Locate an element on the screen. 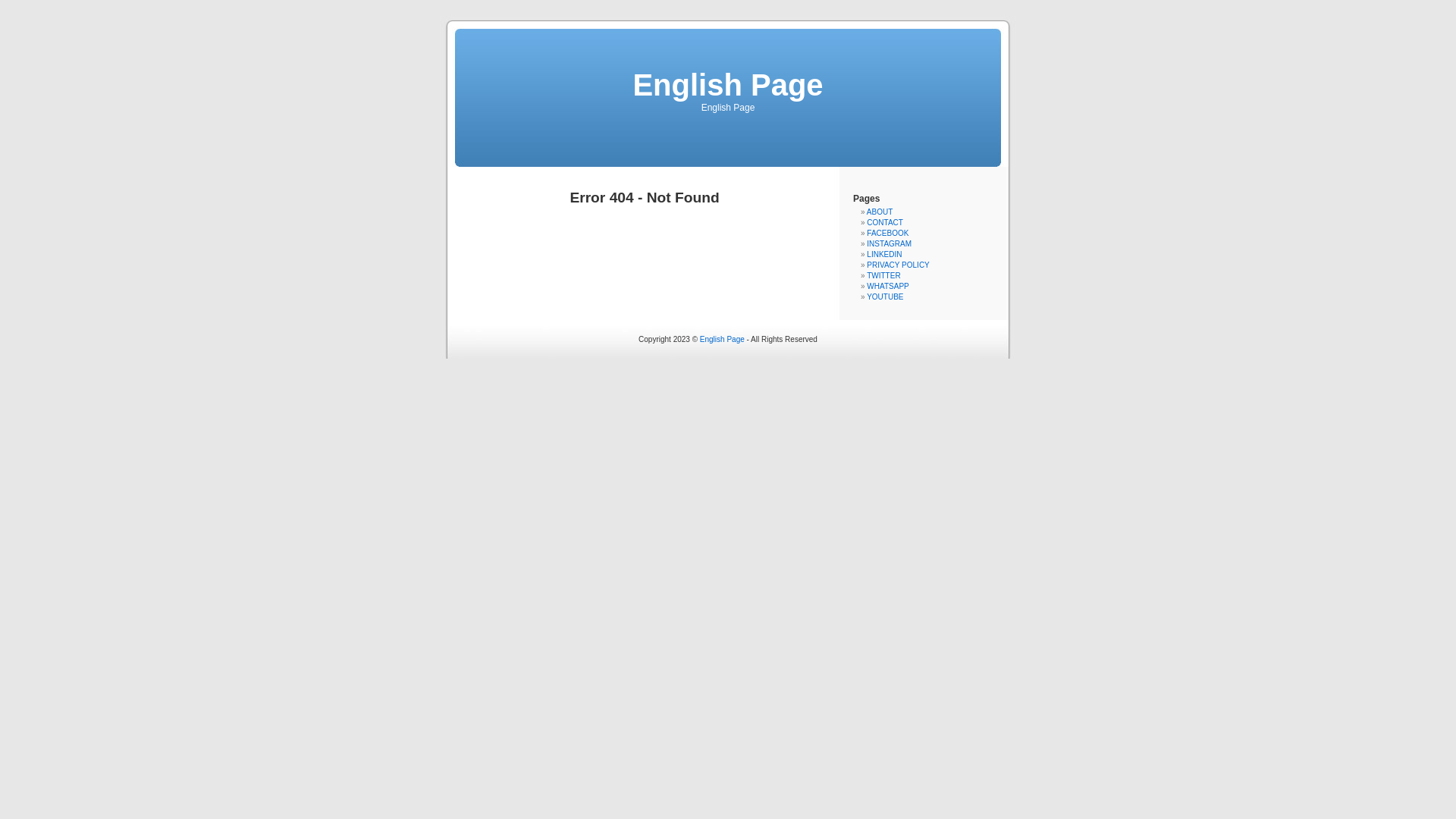 Image resolution: width=1456 pixels, height=819 pixels. 'English Page' is located at coordinates (726, 84).